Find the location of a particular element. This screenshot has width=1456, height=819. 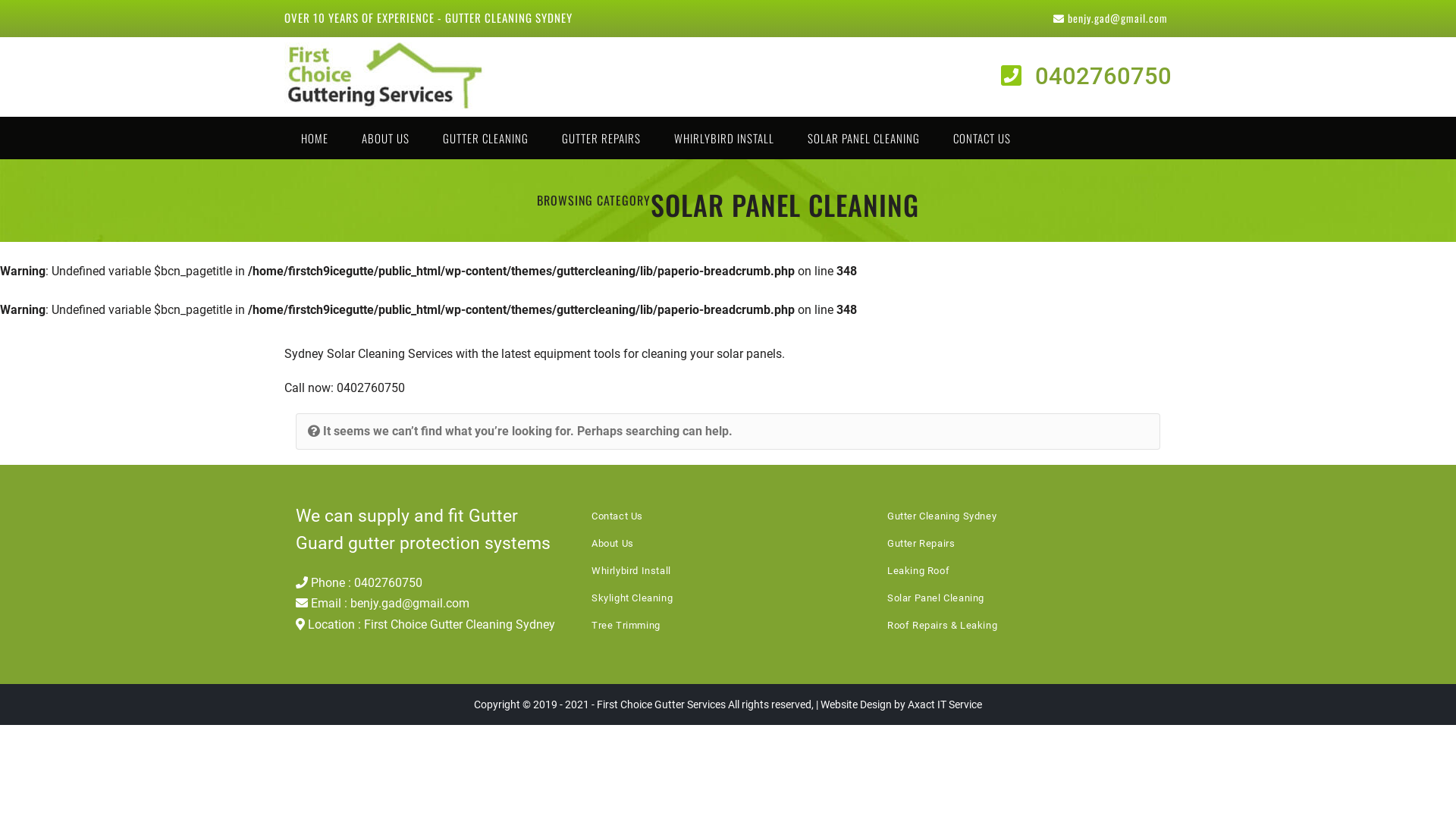

'GUTTER CLEANING' is located at coordinates (425, 137).